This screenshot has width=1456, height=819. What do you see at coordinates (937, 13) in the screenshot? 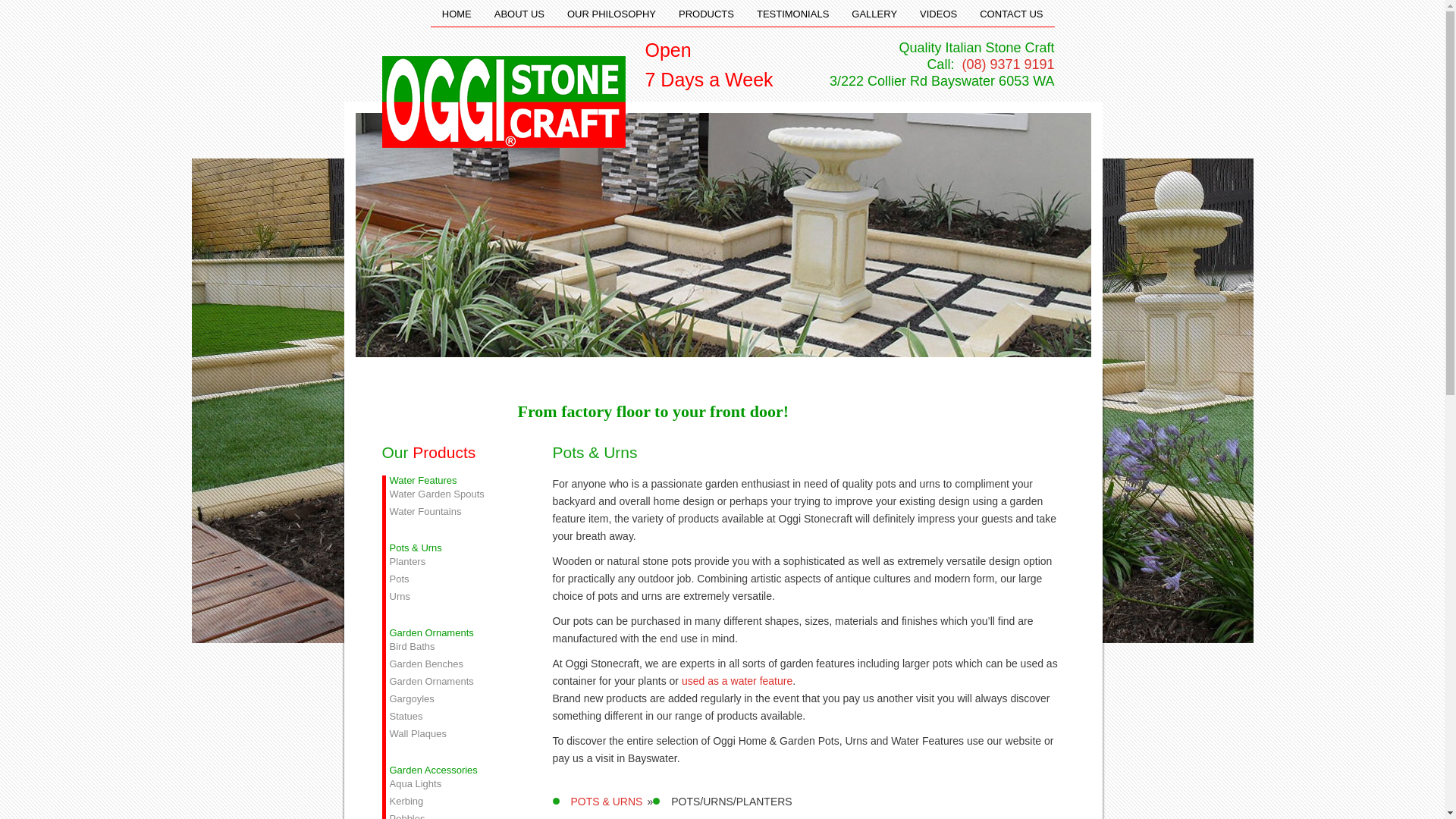
I see `'VIDEOS'` at bounding box center [937, 13].